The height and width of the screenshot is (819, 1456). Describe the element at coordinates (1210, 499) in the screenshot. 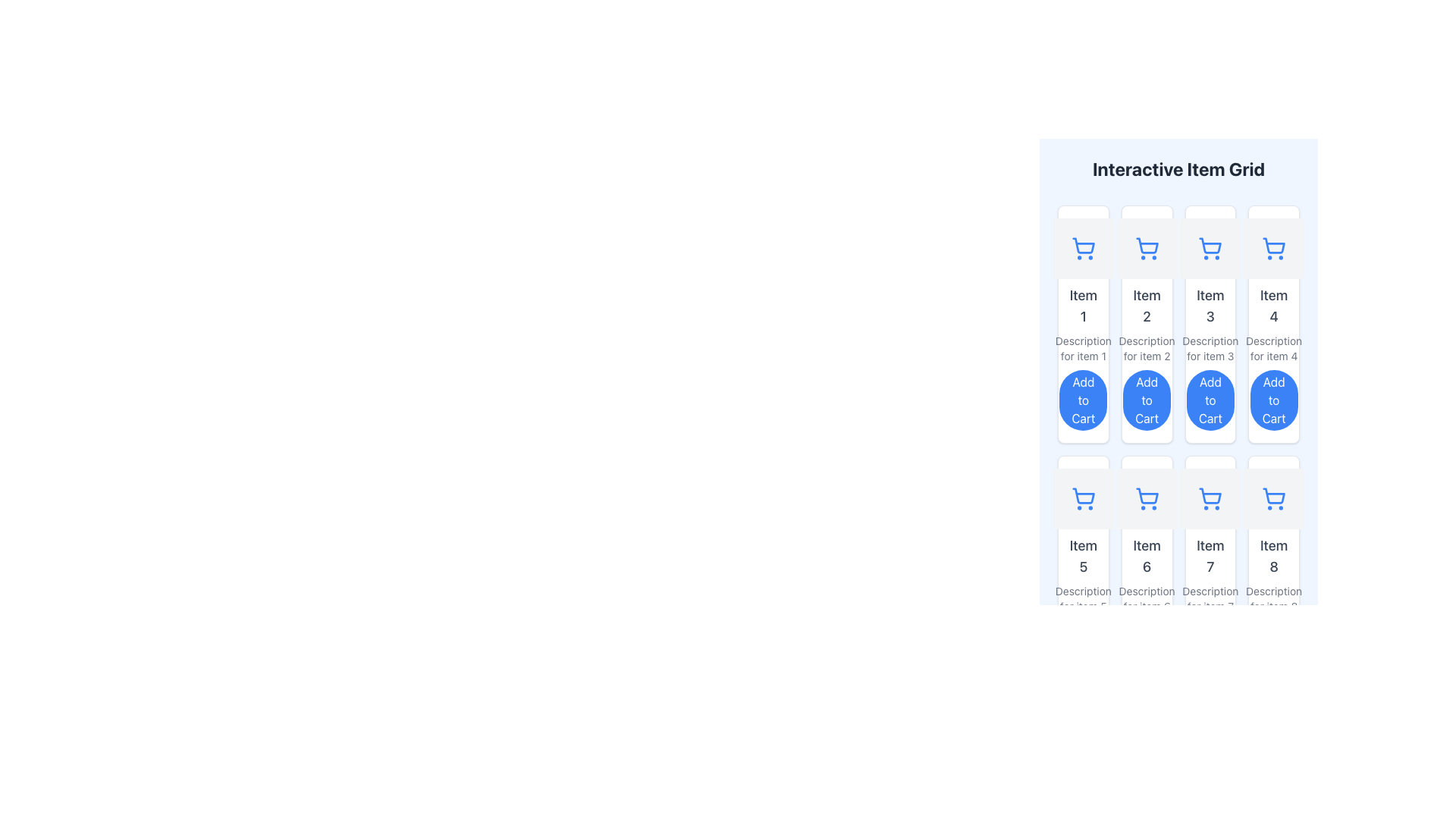

I see `the blue shopping cart icon inside the light gray rounded rectangle, located above the title and description of 'Item 7' in the product grid` at that location.